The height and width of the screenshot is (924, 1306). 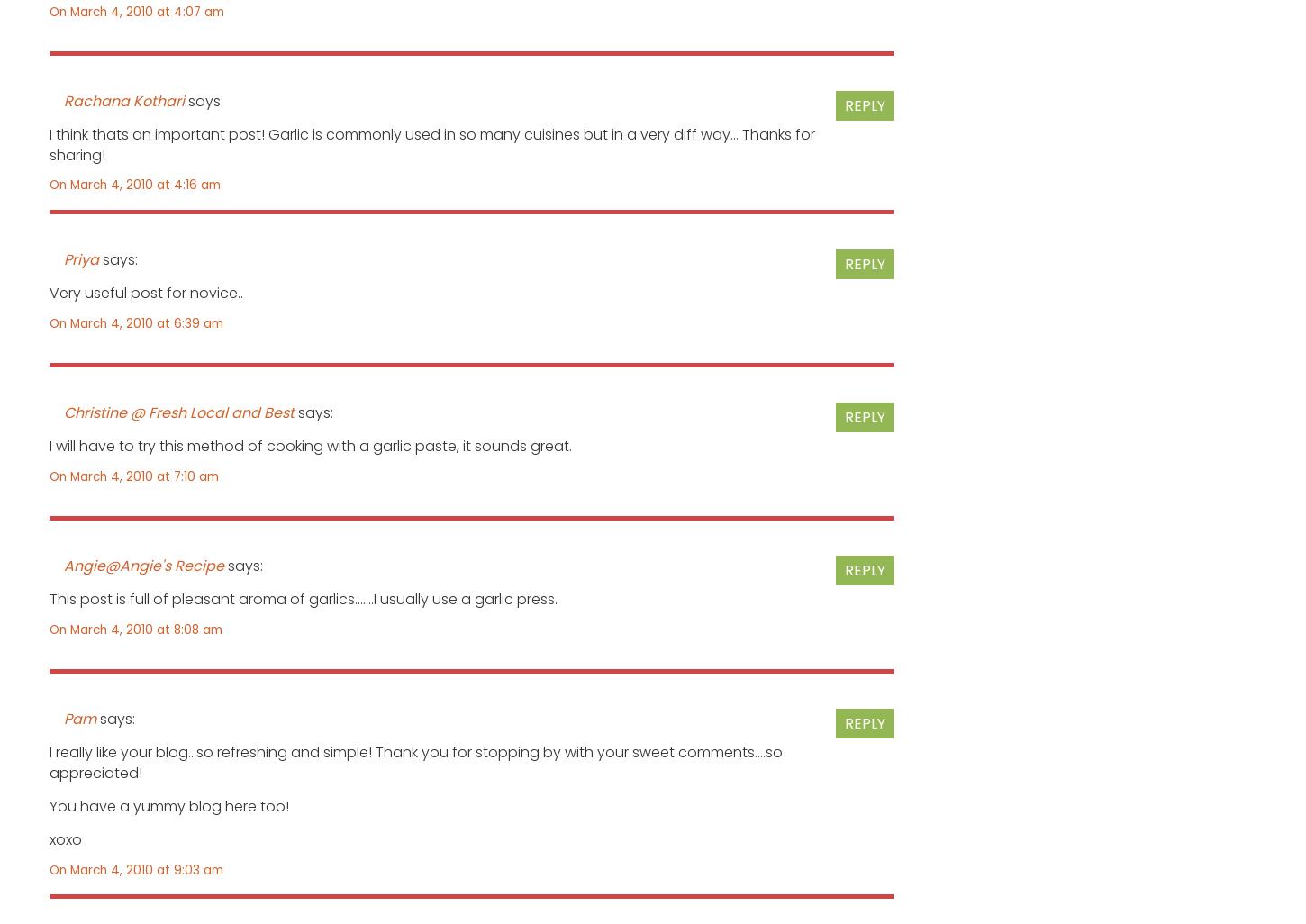 What do you see at coordinates (168, 805) in the screenshot?
I see `'You have a yummy blog here too!'` at bounding box center [168, 805].